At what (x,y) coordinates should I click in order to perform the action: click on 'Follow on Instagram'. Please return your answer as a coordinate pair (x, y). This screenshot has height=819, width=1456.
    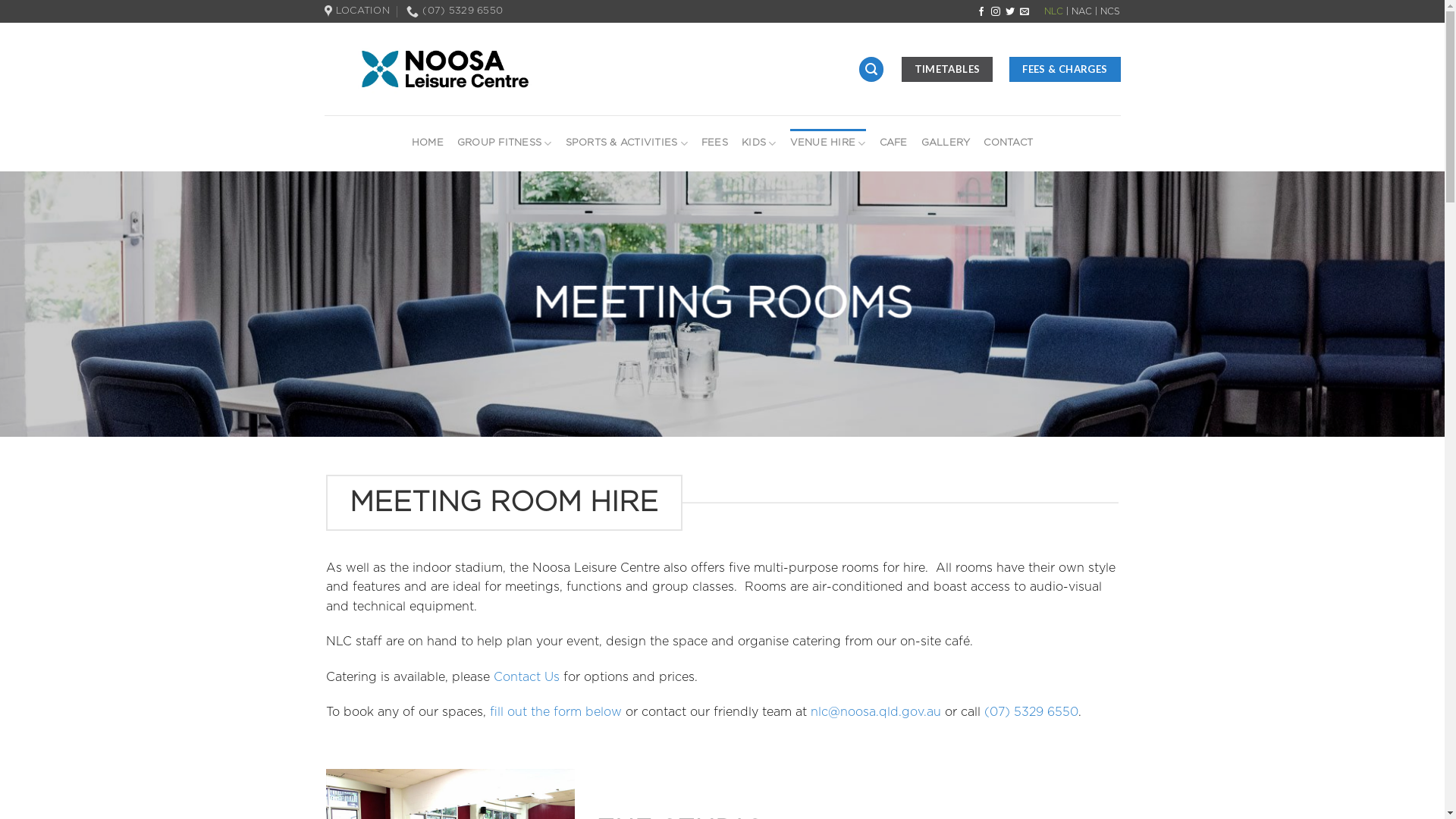
    Looking at the image, I should click on (996, 11).